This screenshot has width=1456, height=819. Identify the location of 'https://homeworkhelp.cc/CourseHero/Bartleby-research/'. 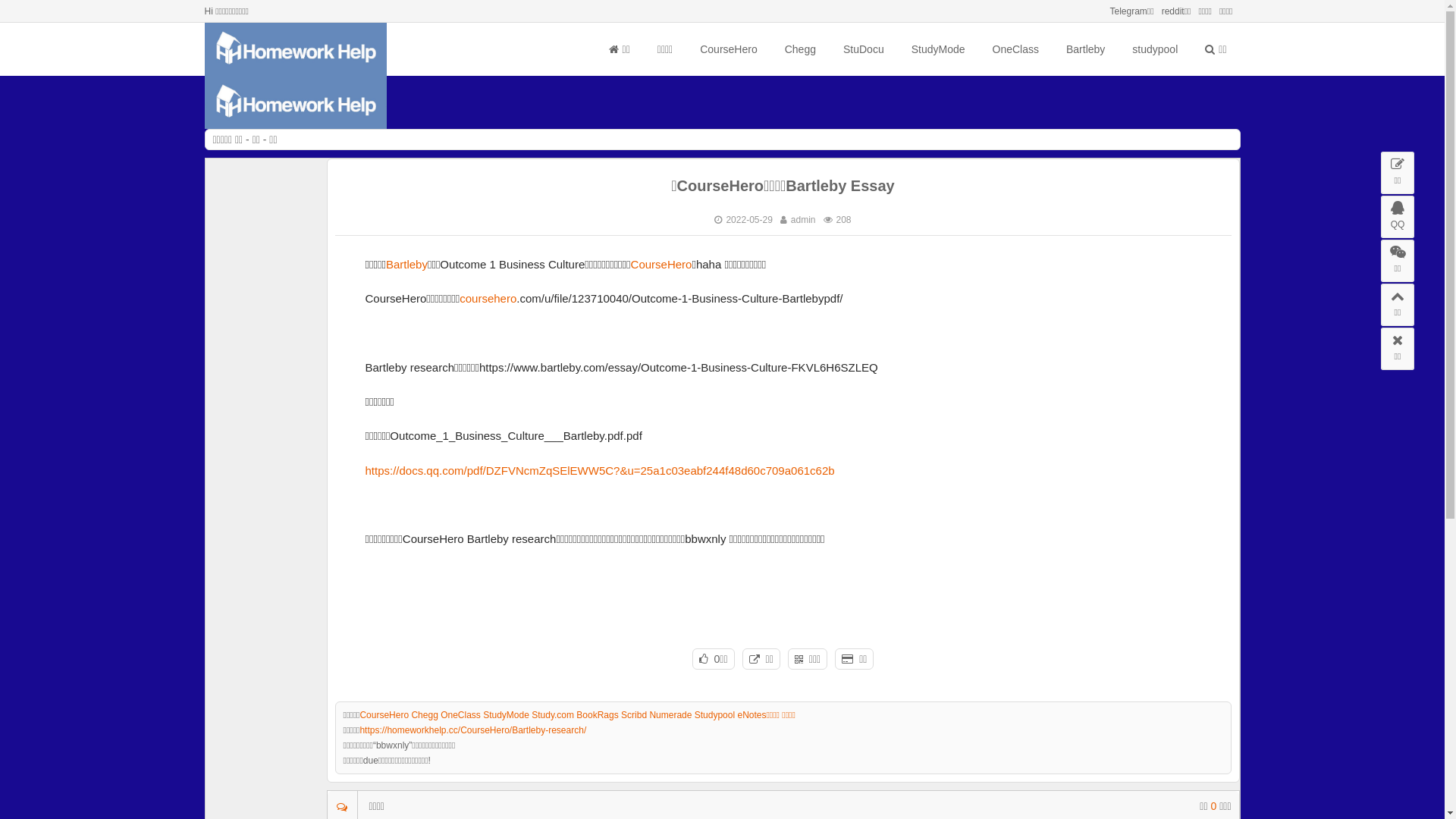
(472, 730).